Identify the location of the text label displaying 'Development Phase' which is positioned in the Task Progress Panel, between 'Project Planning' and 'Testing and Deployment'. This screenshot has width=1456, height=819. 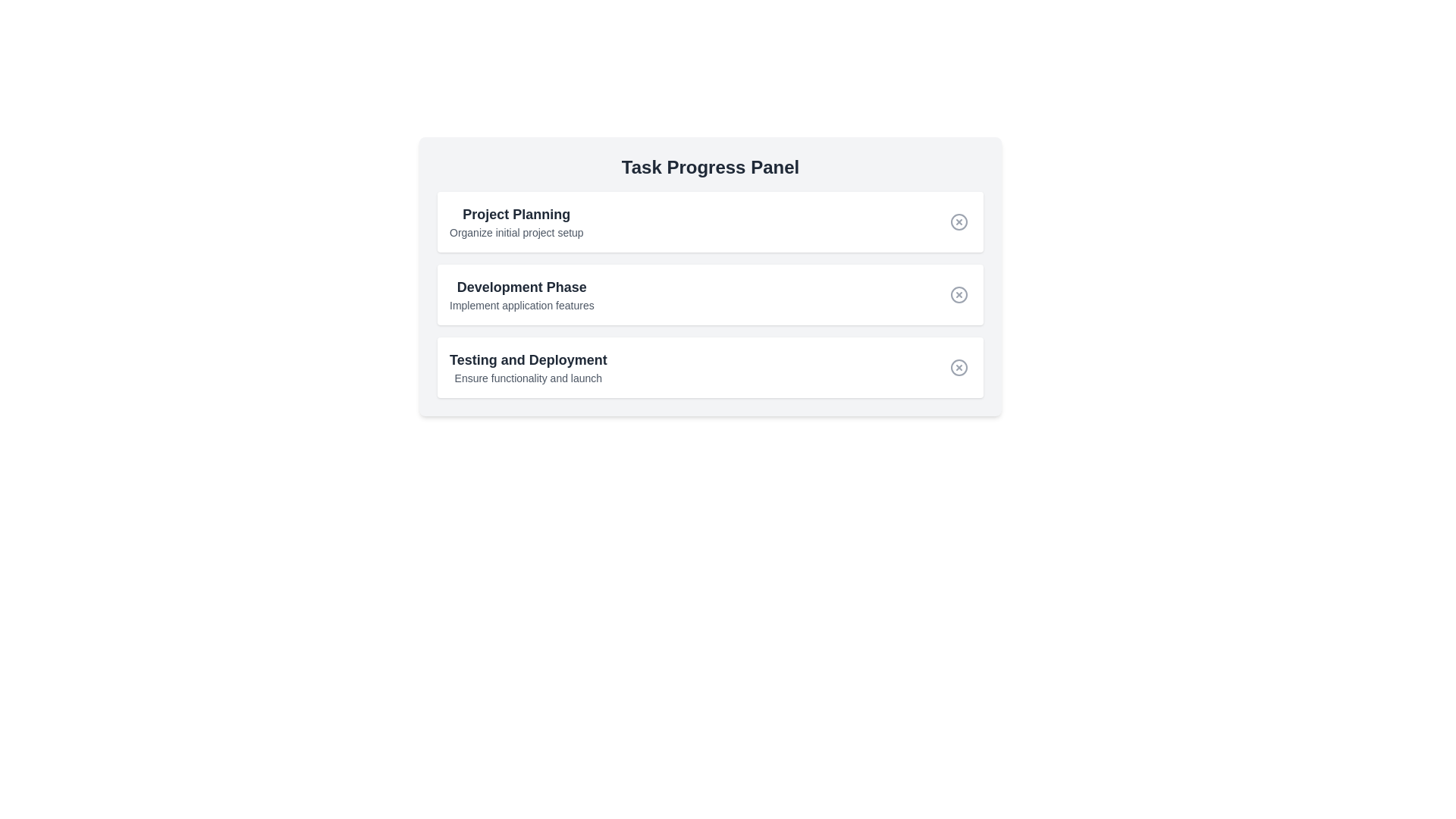
(522, 287).